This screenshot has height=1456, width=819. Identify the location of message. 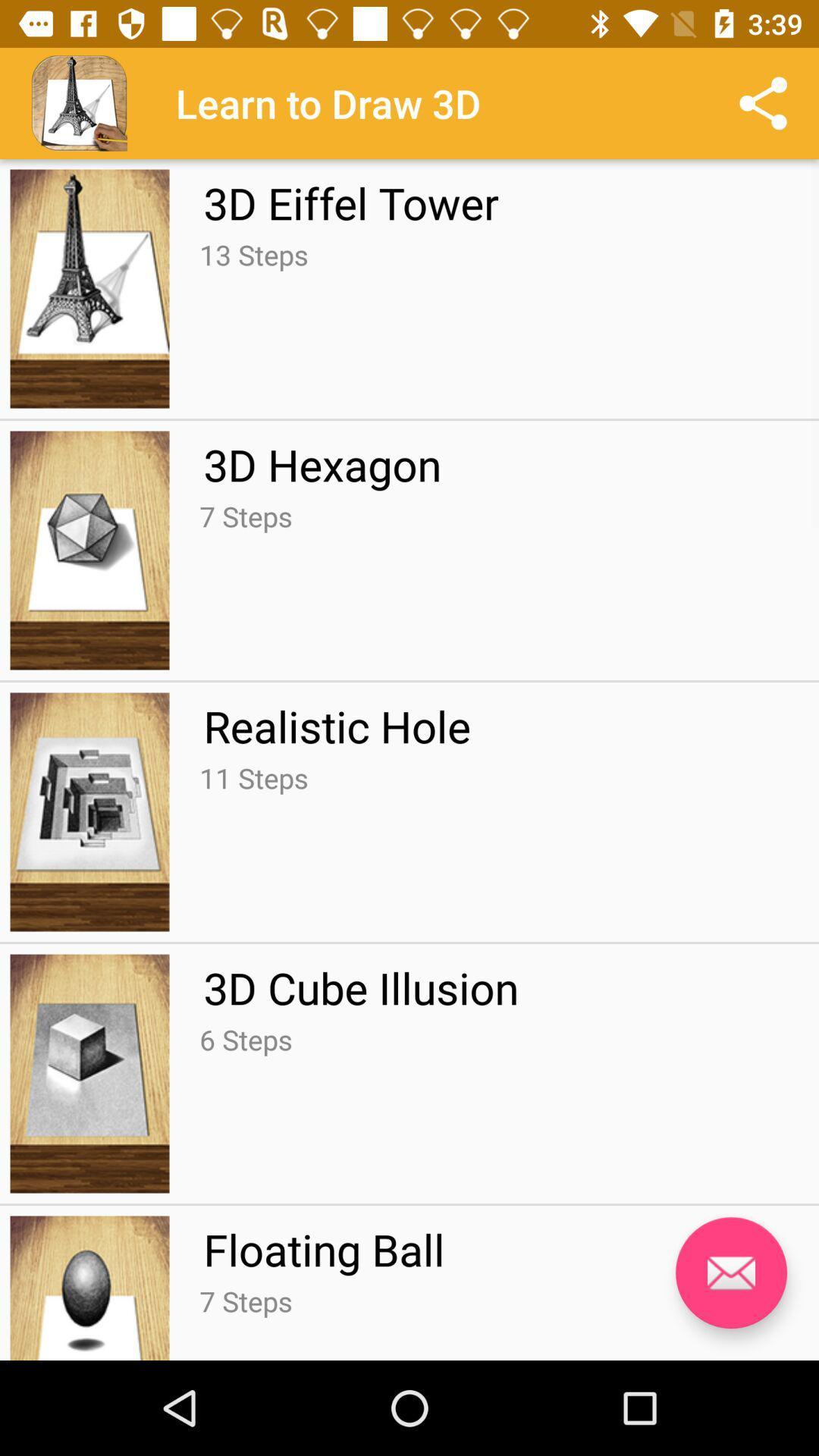
(730, 1272).